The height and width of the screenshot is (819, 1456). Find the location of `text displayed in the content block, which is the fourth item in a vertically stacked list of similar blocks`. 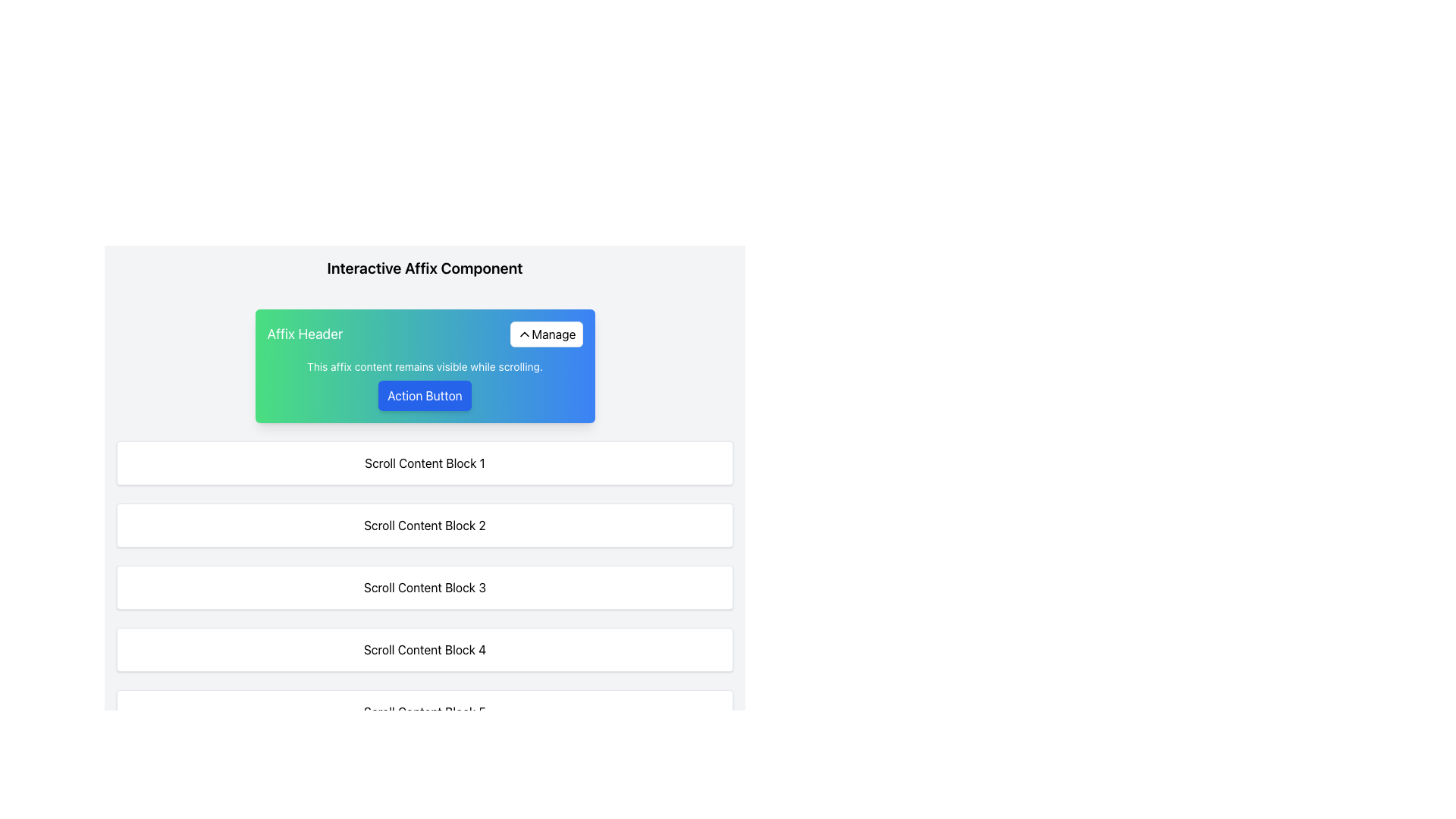

text displayed in the content block, which is the fourth item in a vertically stacked list of similar blocks is located at coordinates (425, 648).